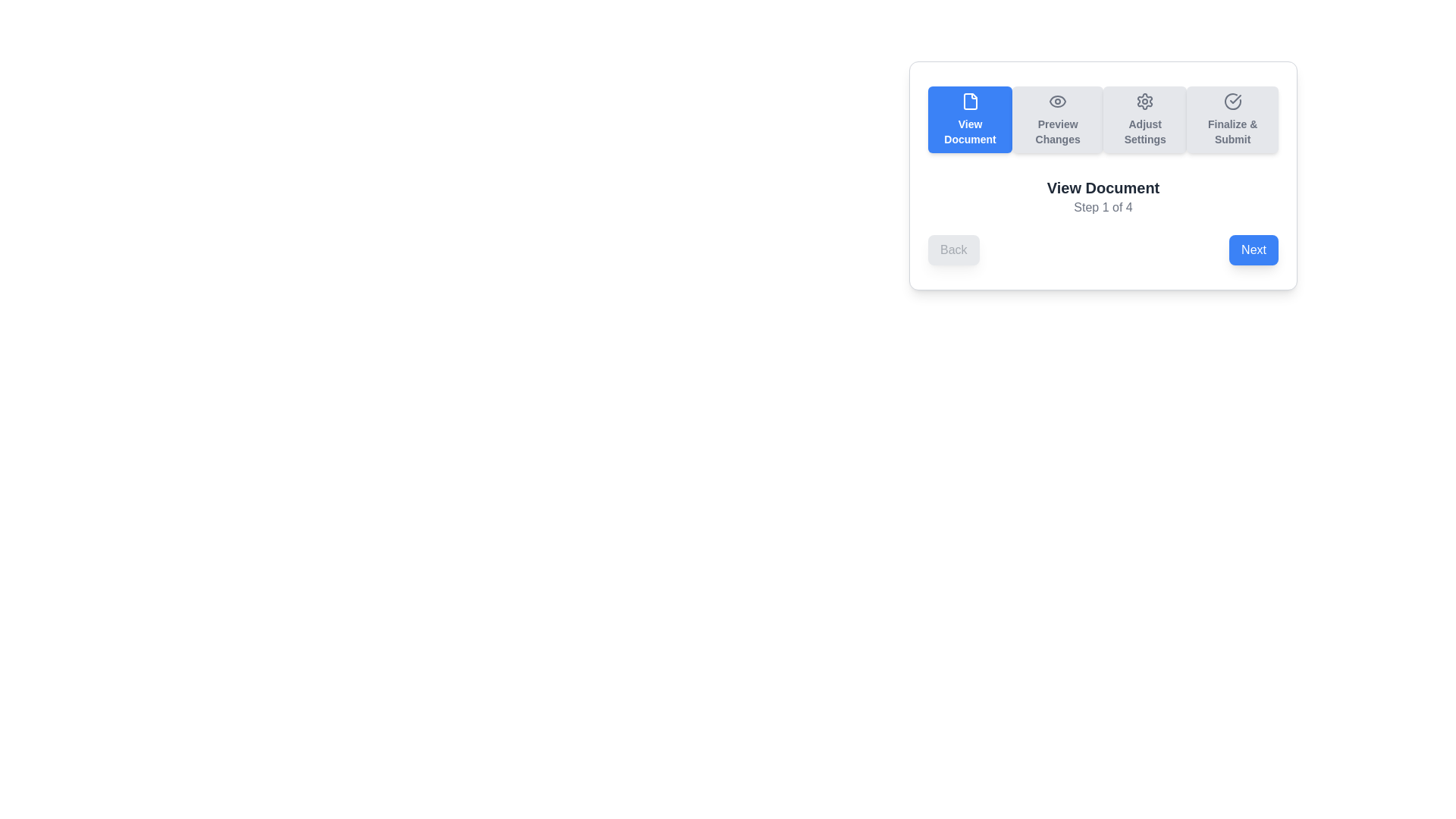 Image resolution: width=1456 pixels, height=819 pixels. I want to click on the button corresponding to View Document, so click(969, 119).